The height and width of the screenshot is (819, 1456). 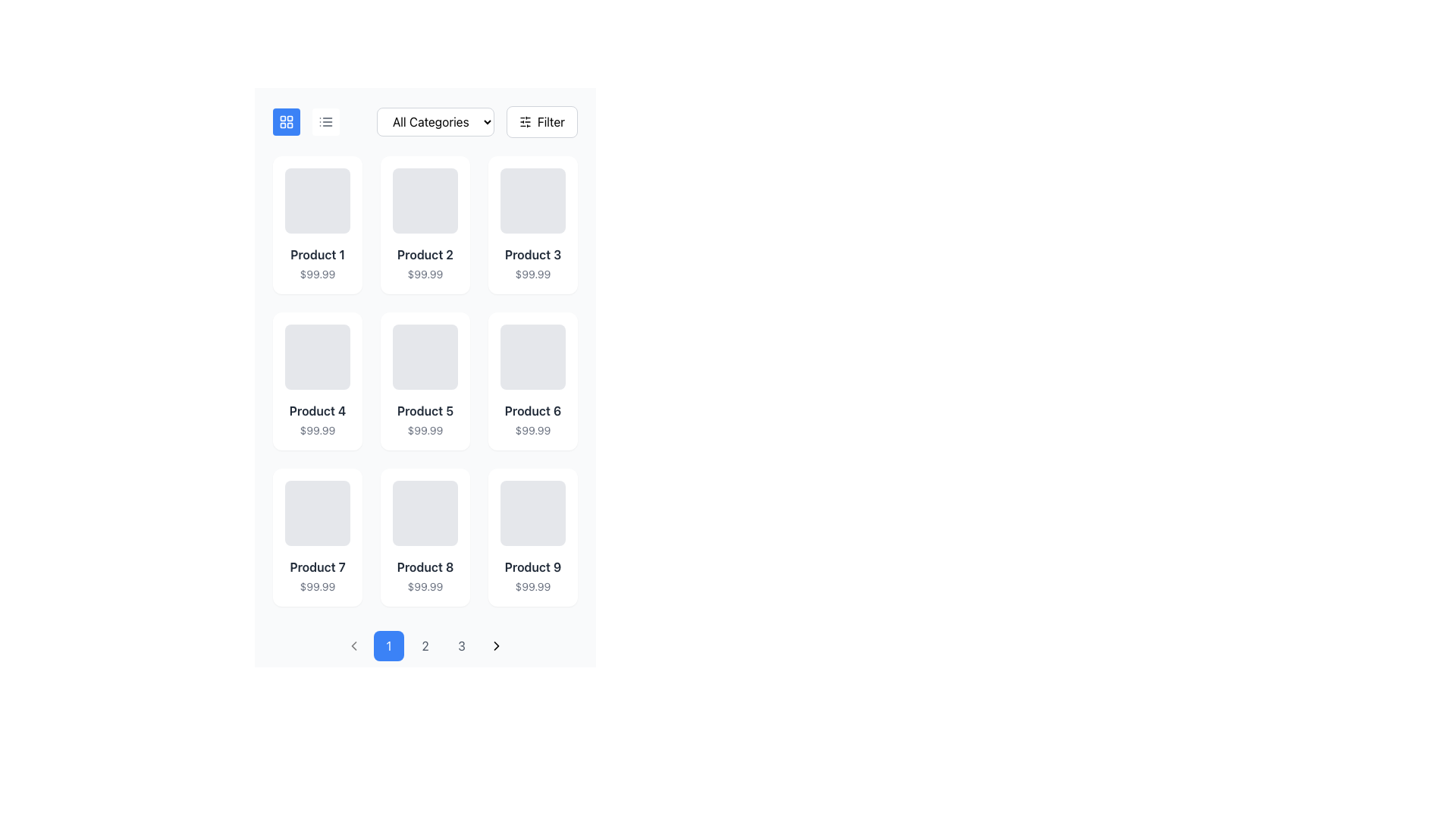 What do you see at coordinates (316, 275) in the screenshot?
I see `the text label displaying the price '$99.99', which is located beneath the title 'Product 1' in the first column and first row of the grid` at bounding box center [316, 275].